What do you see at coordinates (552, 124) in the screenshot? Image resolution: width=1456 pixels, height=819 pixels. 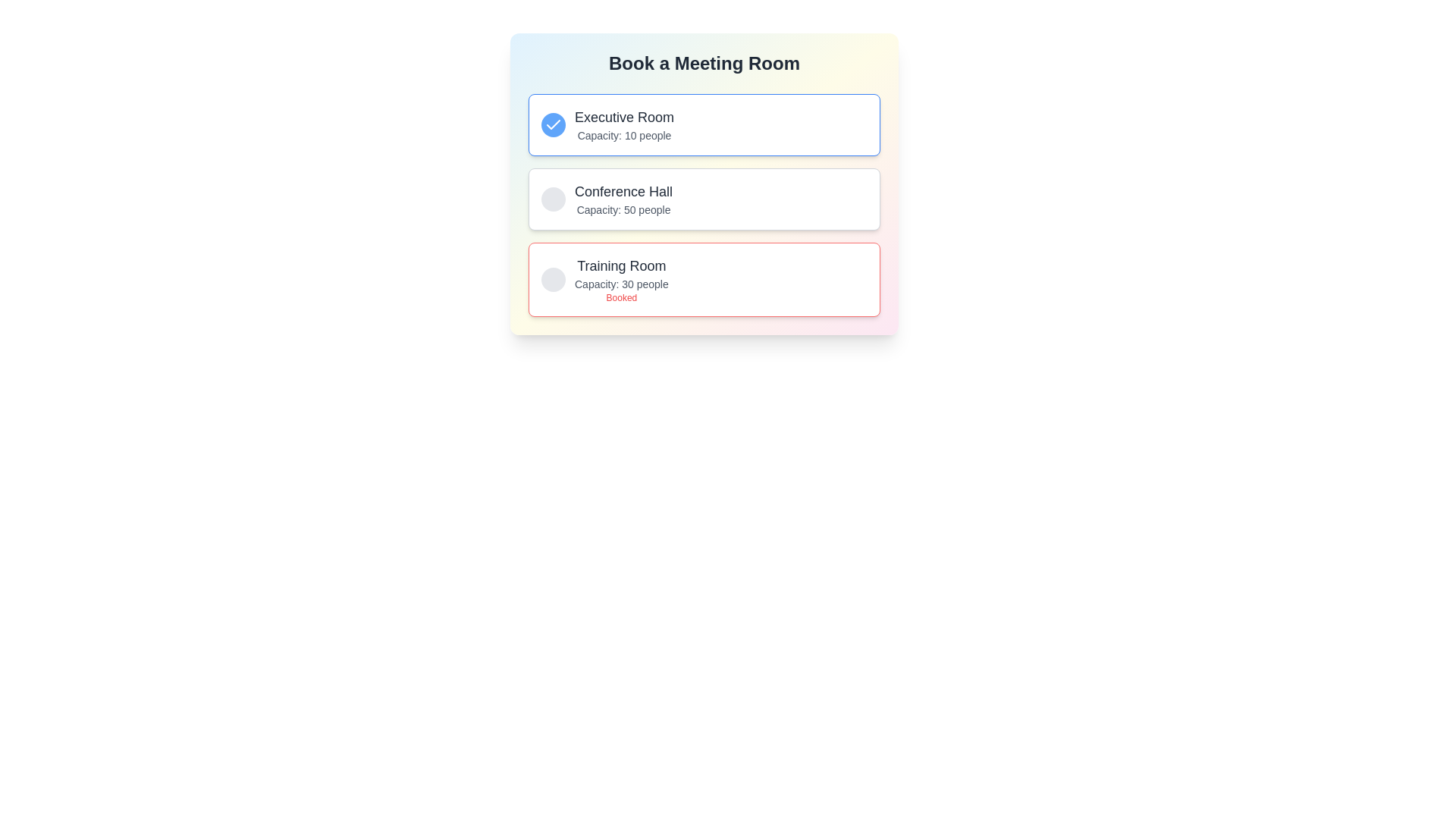 I see `the checkmark icon styled within a circular blue button located in the first row under the title 'Executive Room'` at bounding box center [552, 124].